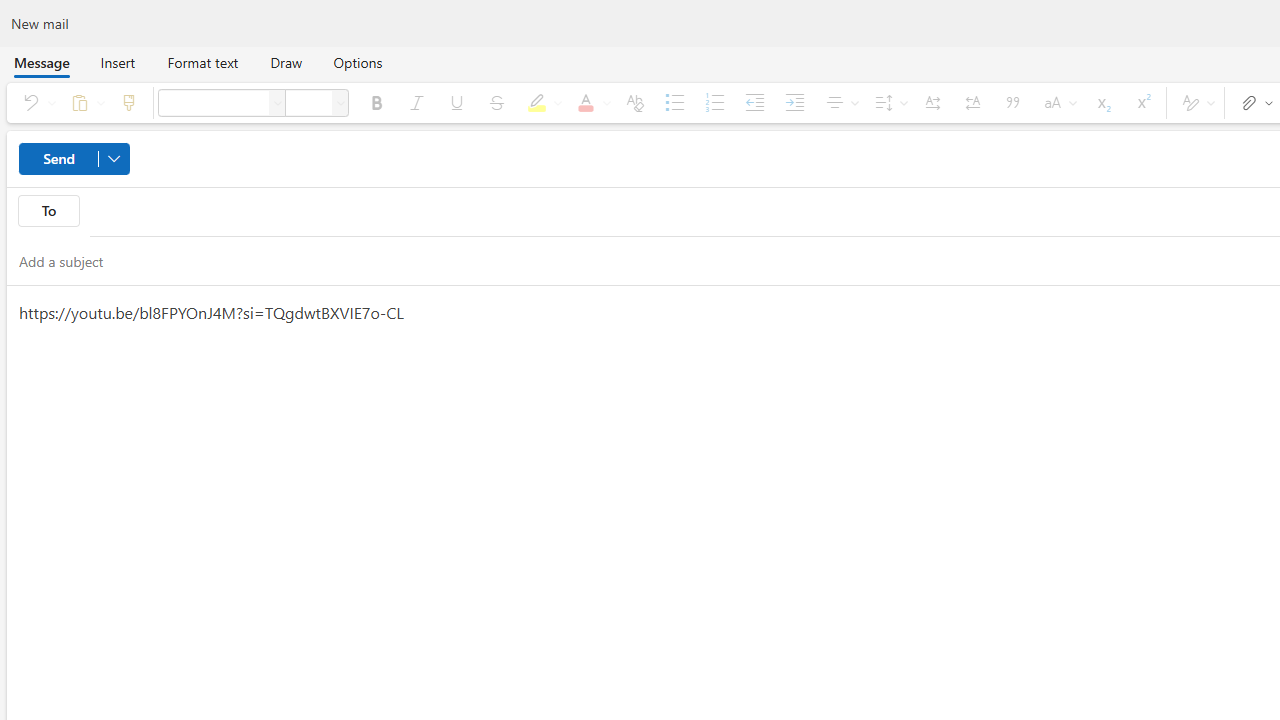 The width and height of the screenshot is (1280, 720). I want to click on 'Font size', so click(307, 102).